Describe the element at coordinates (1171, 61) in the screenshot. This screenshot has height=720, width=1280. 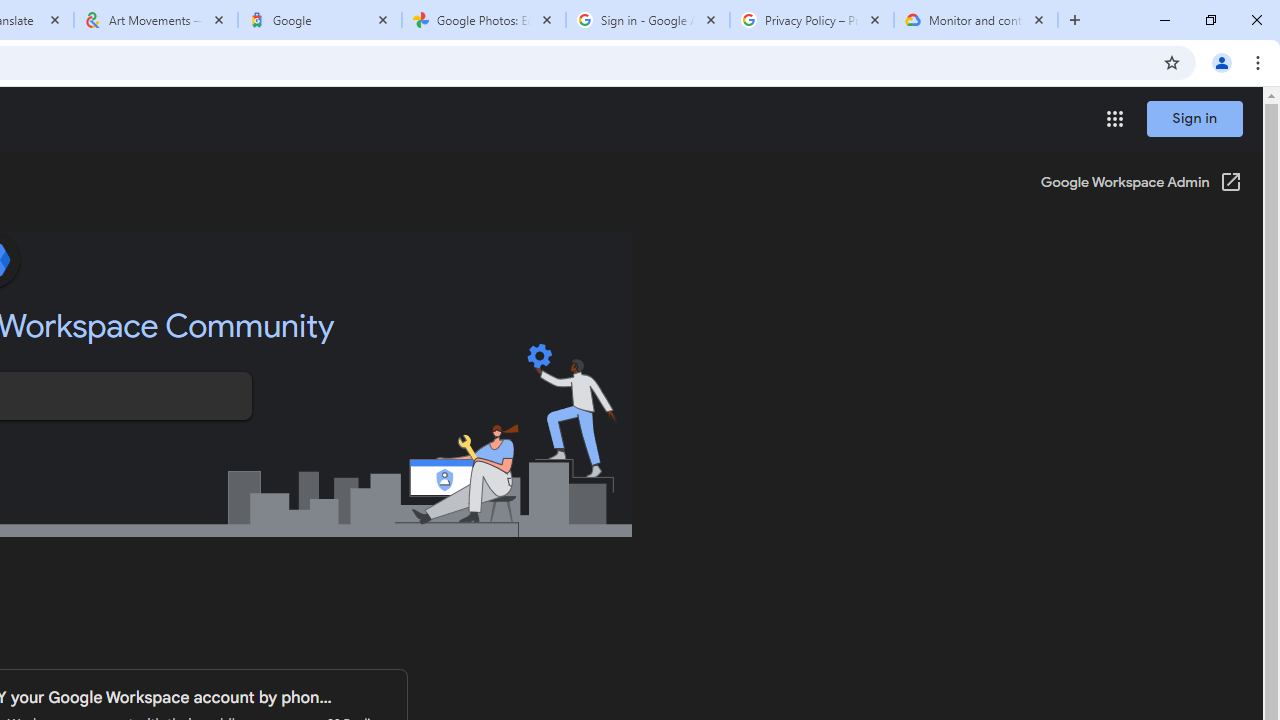
I see `'Bookmark this tab'` at that location.